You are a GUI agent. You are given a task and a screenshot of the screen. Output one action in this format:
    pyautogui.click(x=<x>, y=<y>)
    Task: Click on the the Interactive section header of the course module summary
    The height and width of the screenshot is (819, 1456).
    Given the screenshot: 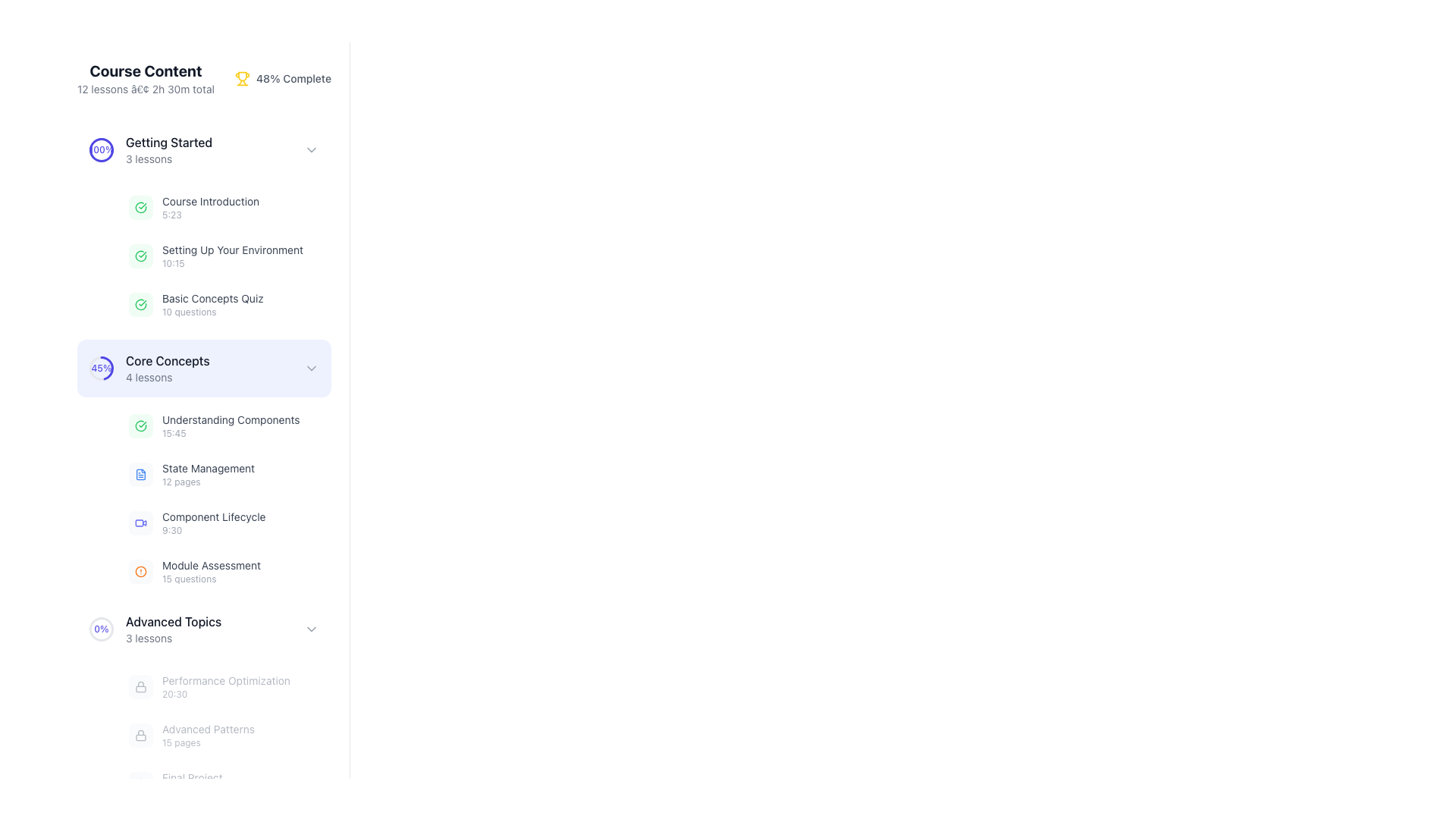 What is the action you would take?
    pyautogui.click(x=203, y=149)
    